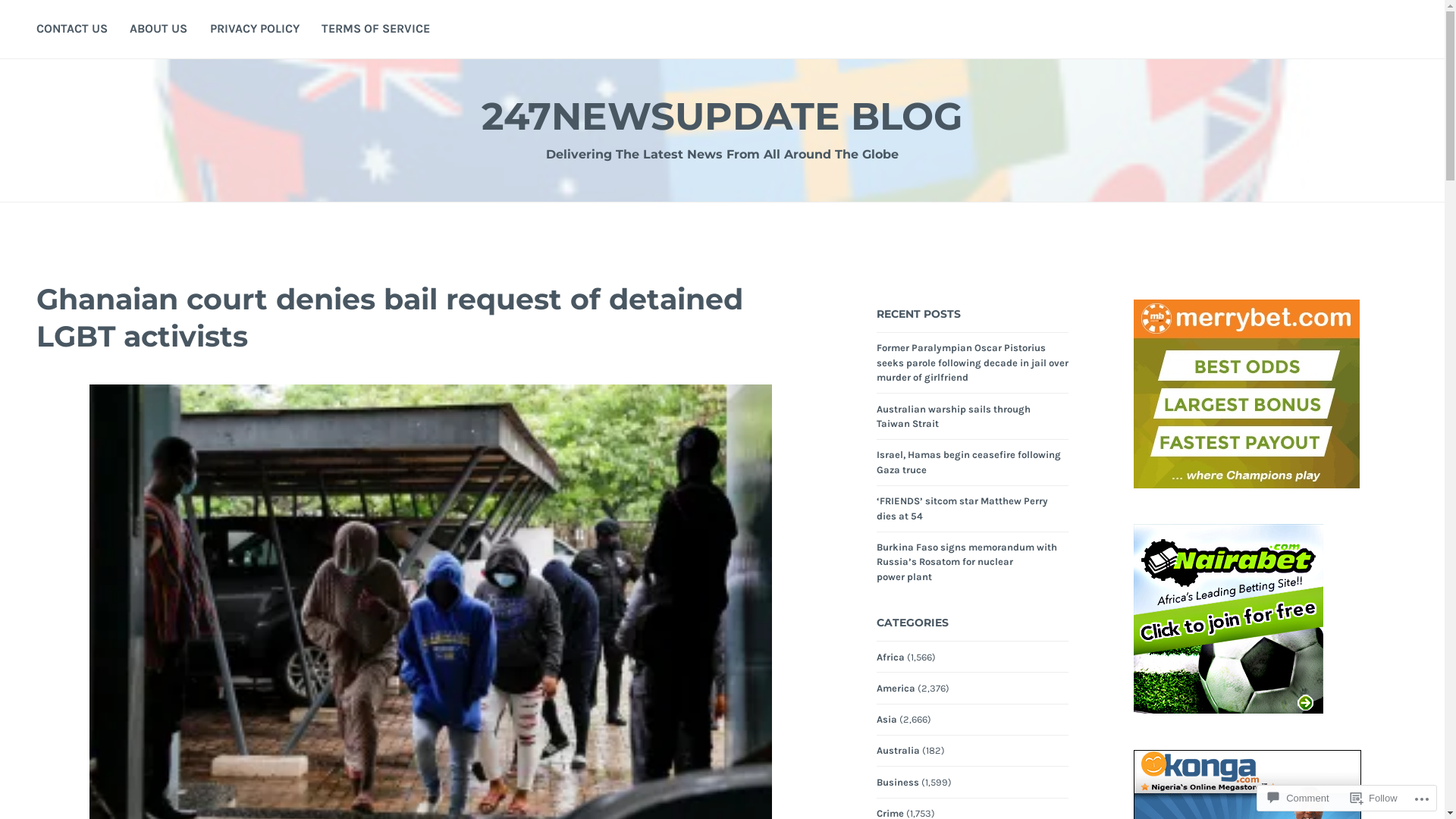 This screenshot has height=819, width=1456. I want to click on 'CONTACT US', so click(71, 29).